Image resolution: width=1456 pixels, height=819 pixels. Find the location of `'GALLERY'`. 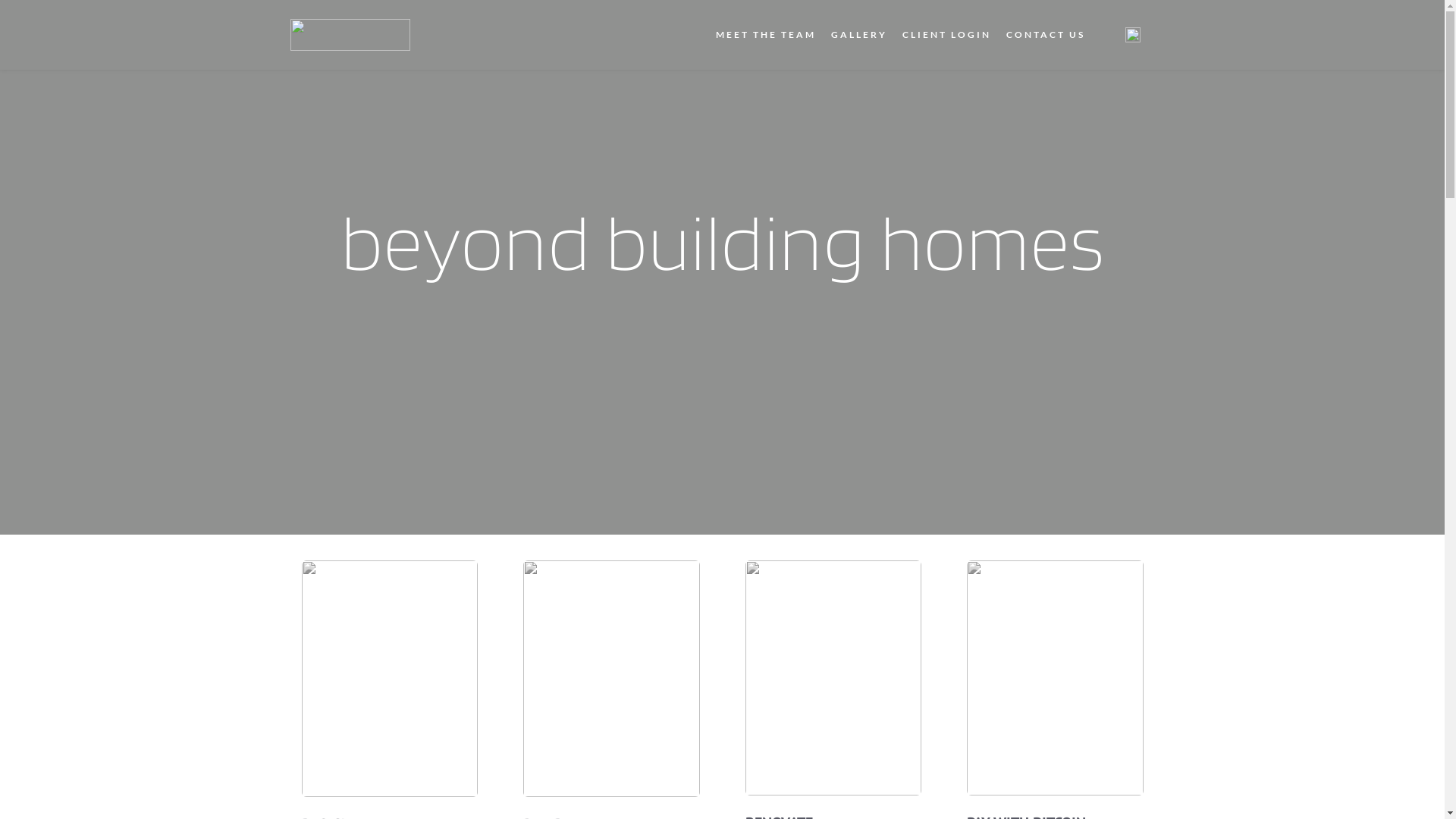

'GALLERY' is located at coordinates (826, 34).